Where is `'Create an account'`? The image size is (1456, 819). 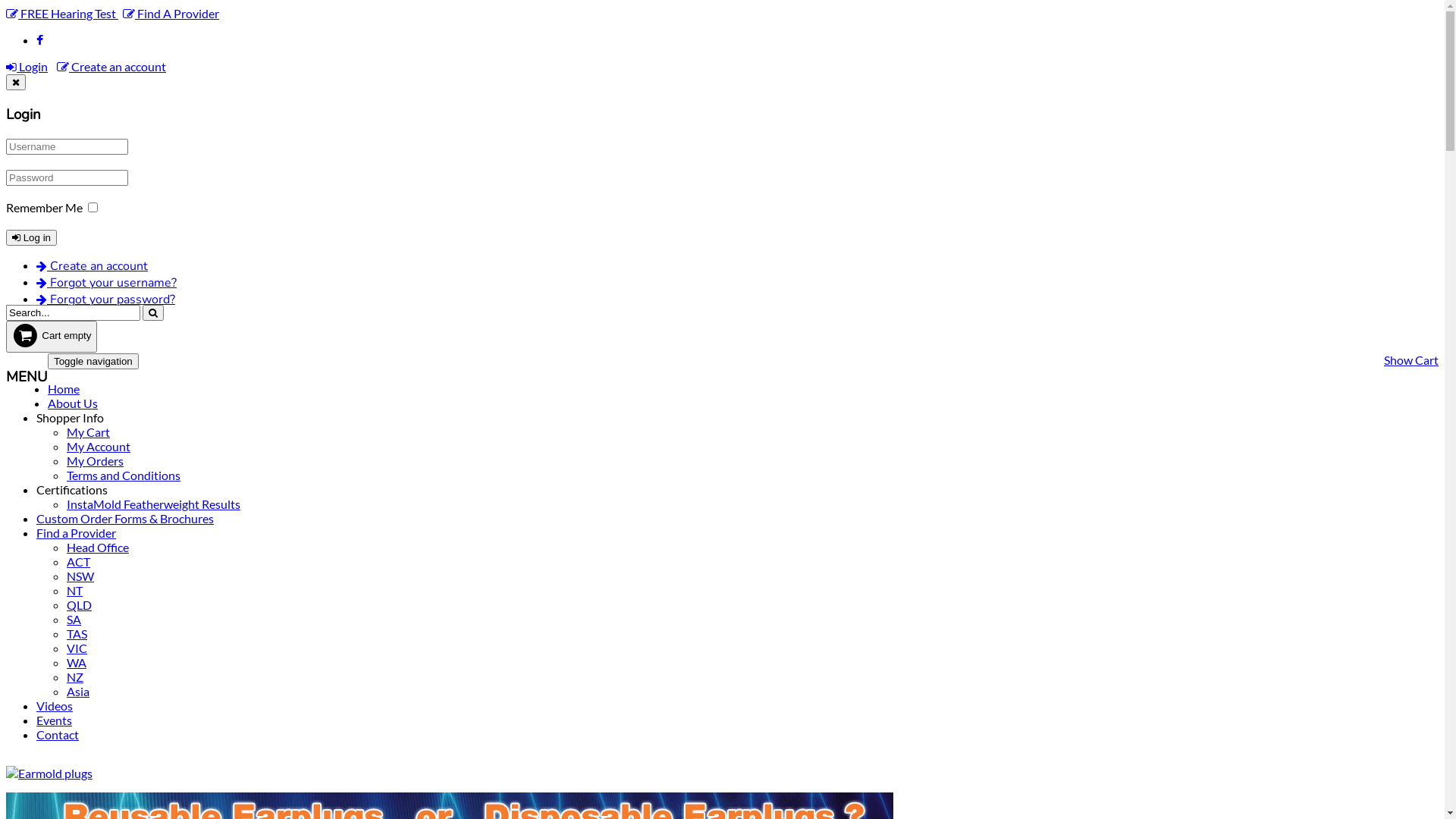 'Create an account' is located at coordinates (111, 65).